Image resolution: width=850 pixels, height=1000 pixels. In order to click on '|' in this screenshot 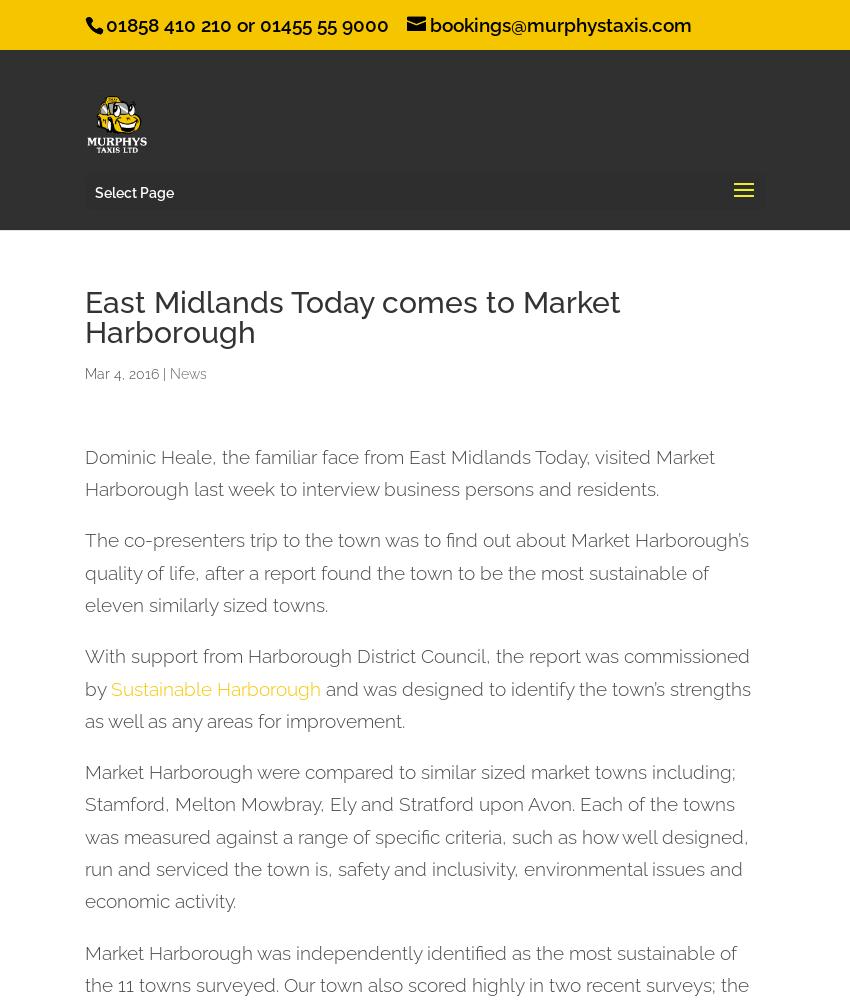, I will do `click(159, 372)`.